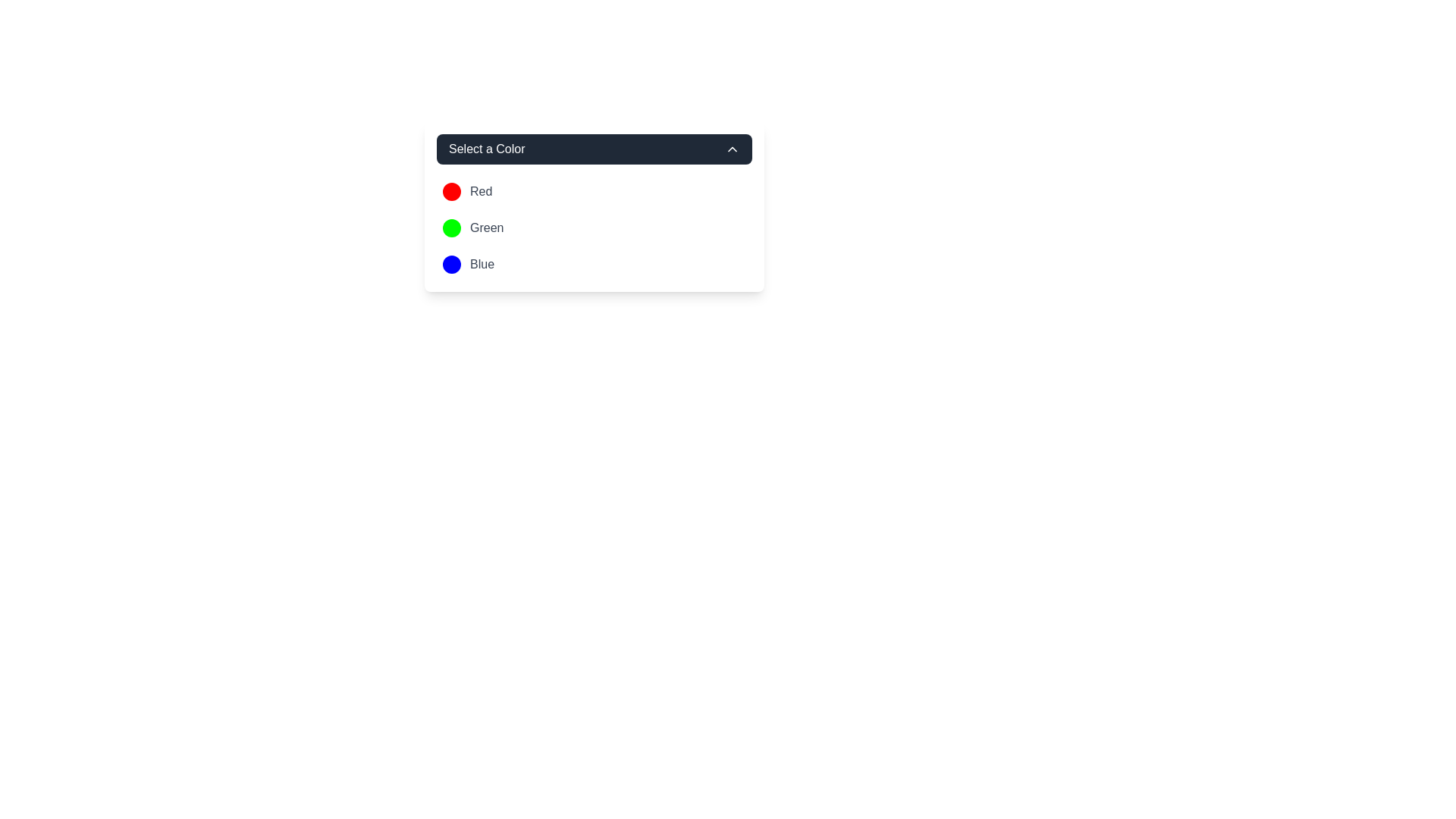 The image size is (1456, 819). What do you see at coordinates (732, 149) in the screenshot?
I see `the chevron icon located on the right end of the dropdown header next to the text 'Select a Color' for potential visual feedback` at bounding box center [732, 149].